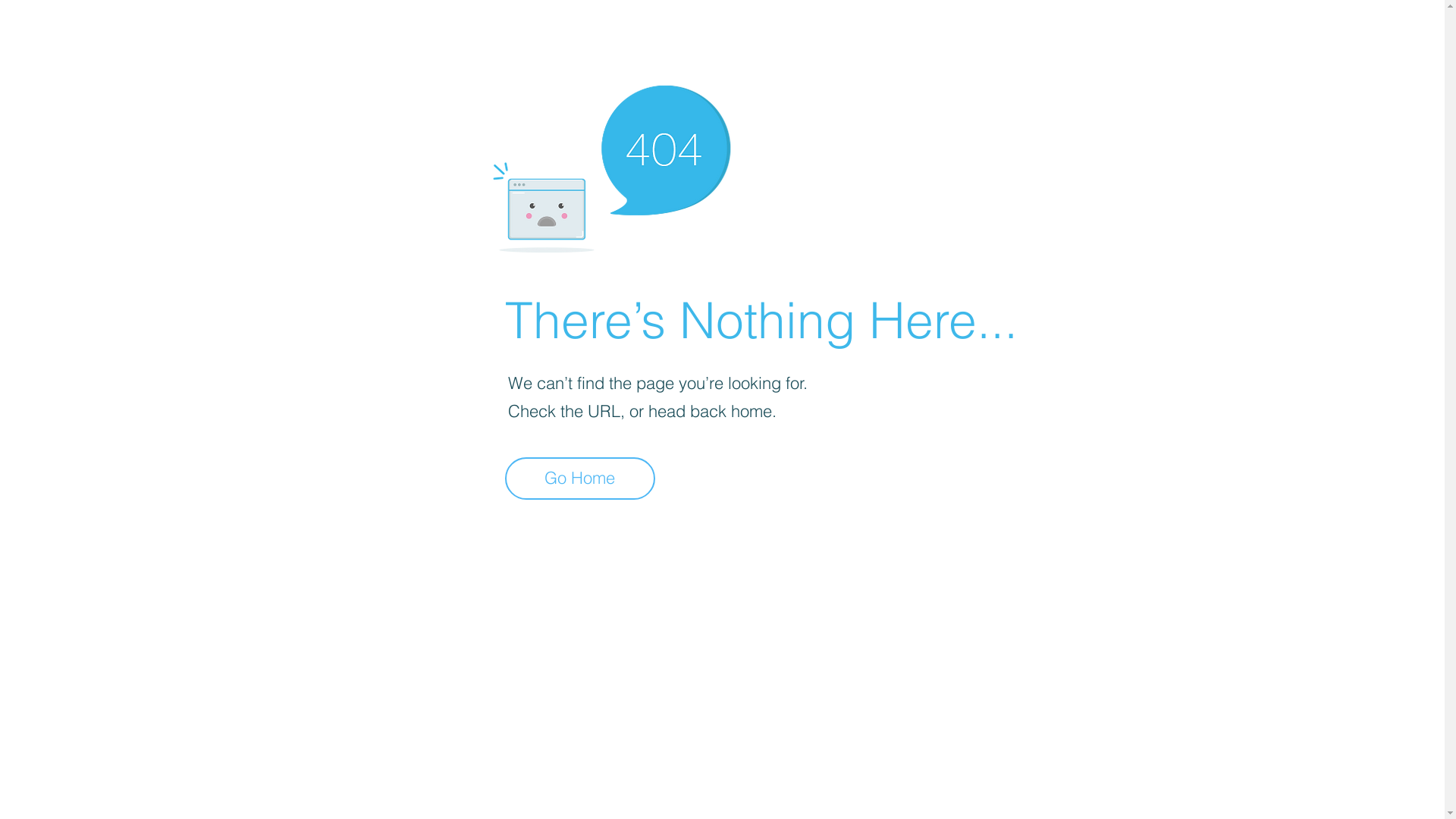 The height and width of the screenshot is (819, 1456). What do you see at coordinates (579, 479) in the screenshot?
I see `'Go Home'` at bounding box center [579, 479].